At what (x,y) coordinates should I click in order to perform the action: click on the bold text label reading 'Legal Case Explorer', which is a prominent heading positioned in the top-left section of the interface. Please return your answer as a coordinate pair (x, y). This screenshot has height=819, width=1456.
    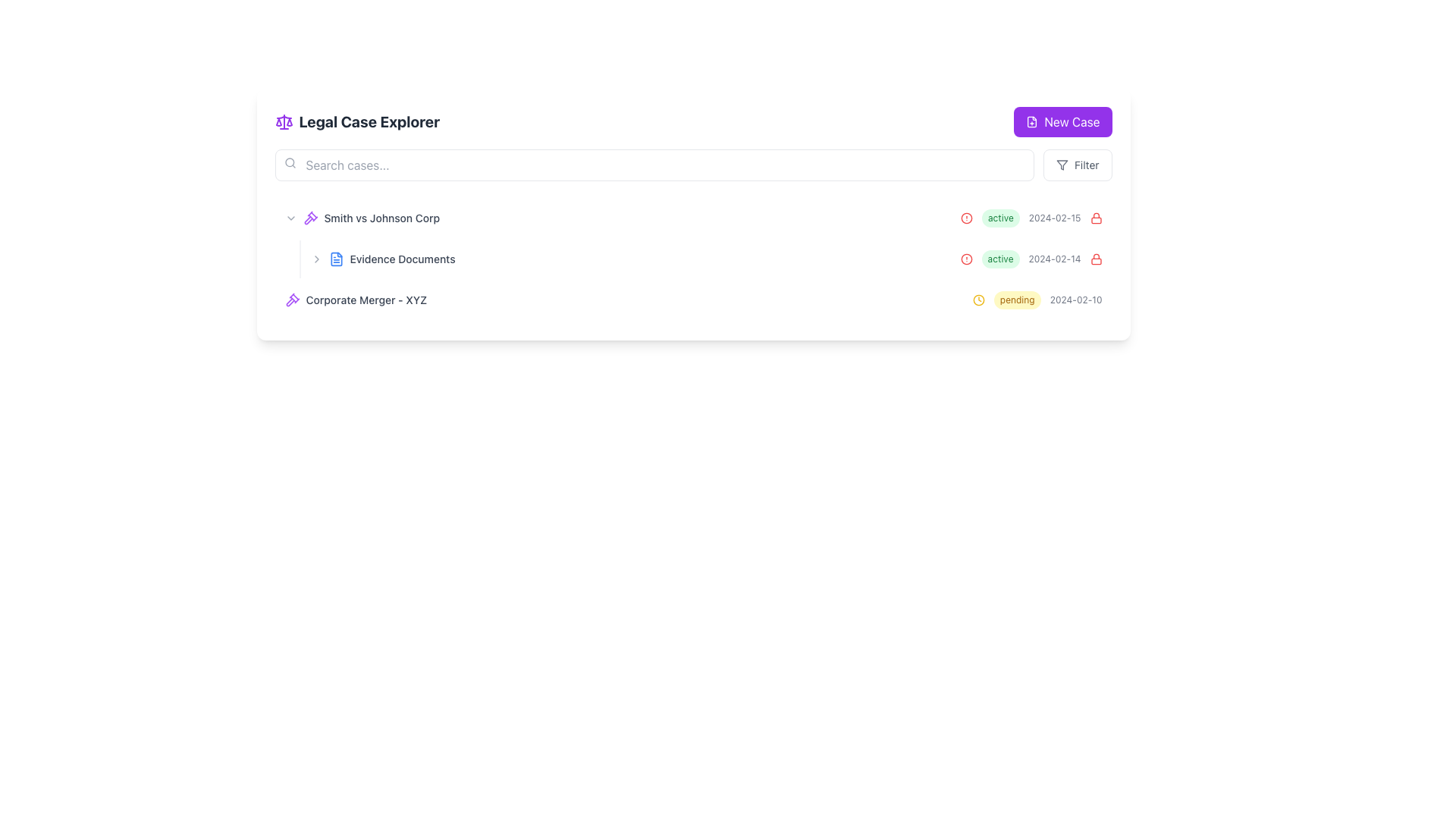
    Looking at the image, I should click on (369, 121).